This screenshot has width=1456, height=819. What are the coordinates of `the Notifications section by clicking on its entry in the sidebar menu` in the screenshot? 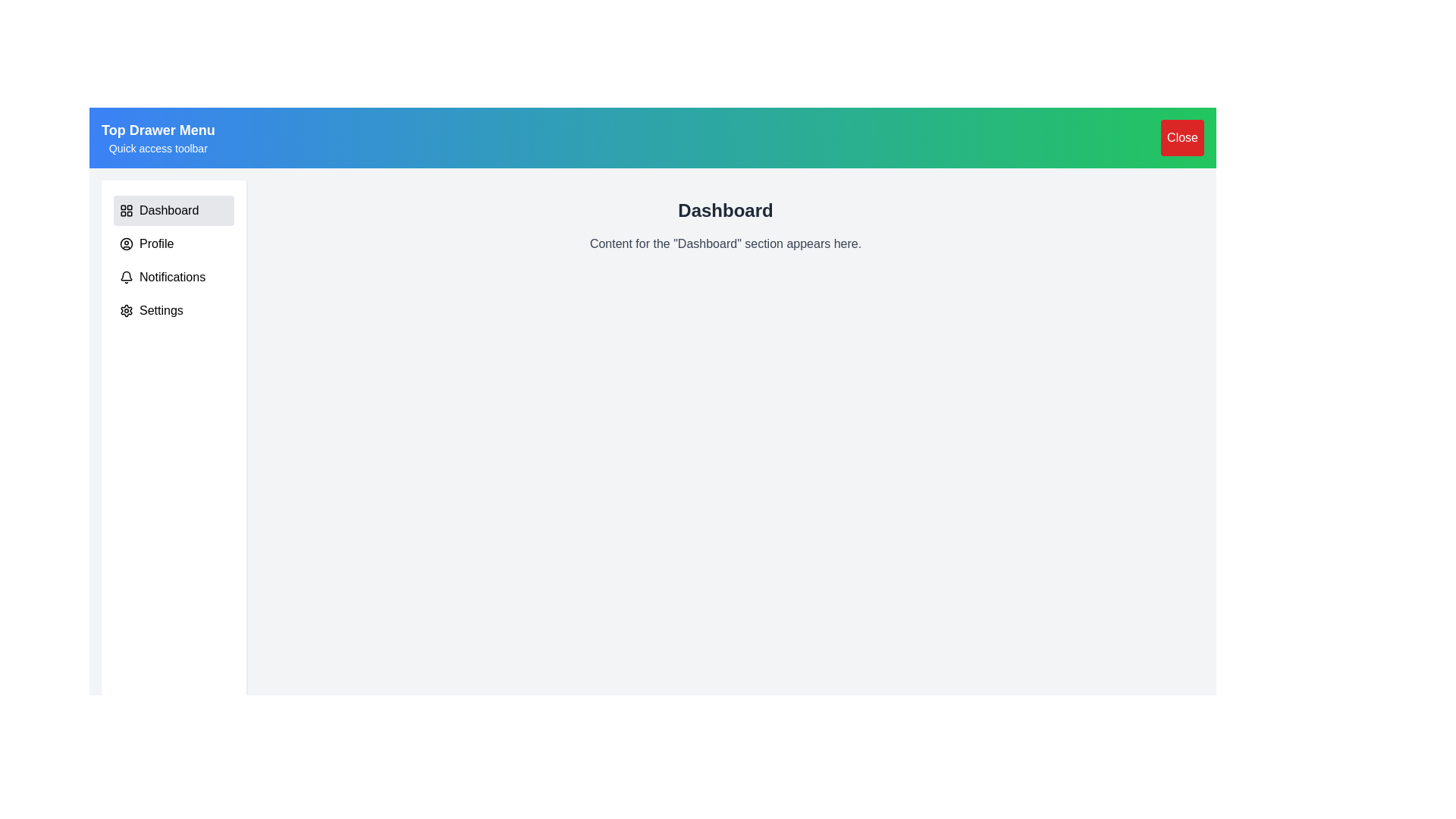 It's located at (174, 278).